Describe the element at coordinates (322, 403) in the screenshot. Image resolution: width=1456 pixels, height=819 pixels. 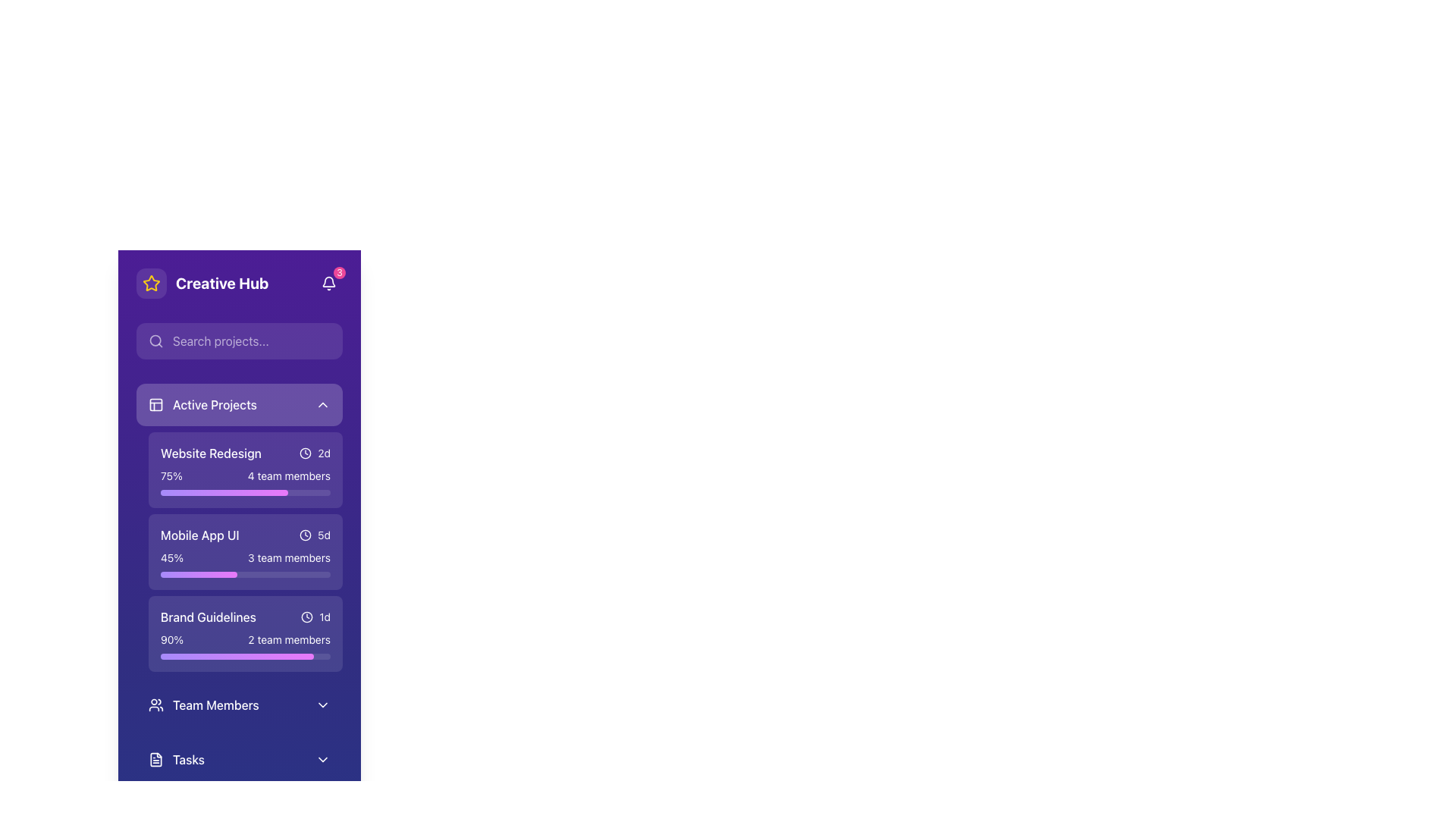
I see `the chevron-down icon in the 'Active Projects' section header` at that location.